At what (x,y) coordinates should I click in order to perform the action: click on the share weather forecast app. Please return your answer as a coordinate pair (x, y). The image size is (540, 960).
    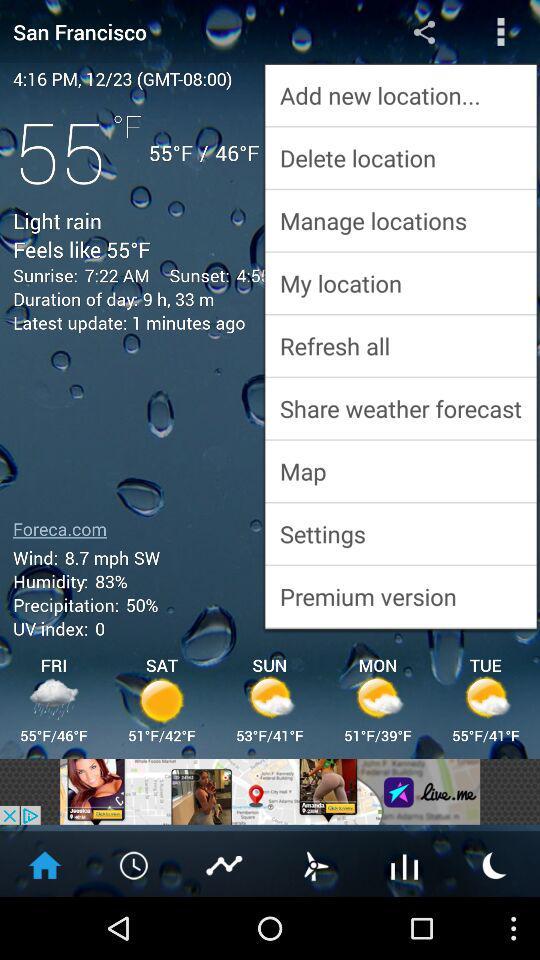
    Looking at the image, I should click on (400, 407).